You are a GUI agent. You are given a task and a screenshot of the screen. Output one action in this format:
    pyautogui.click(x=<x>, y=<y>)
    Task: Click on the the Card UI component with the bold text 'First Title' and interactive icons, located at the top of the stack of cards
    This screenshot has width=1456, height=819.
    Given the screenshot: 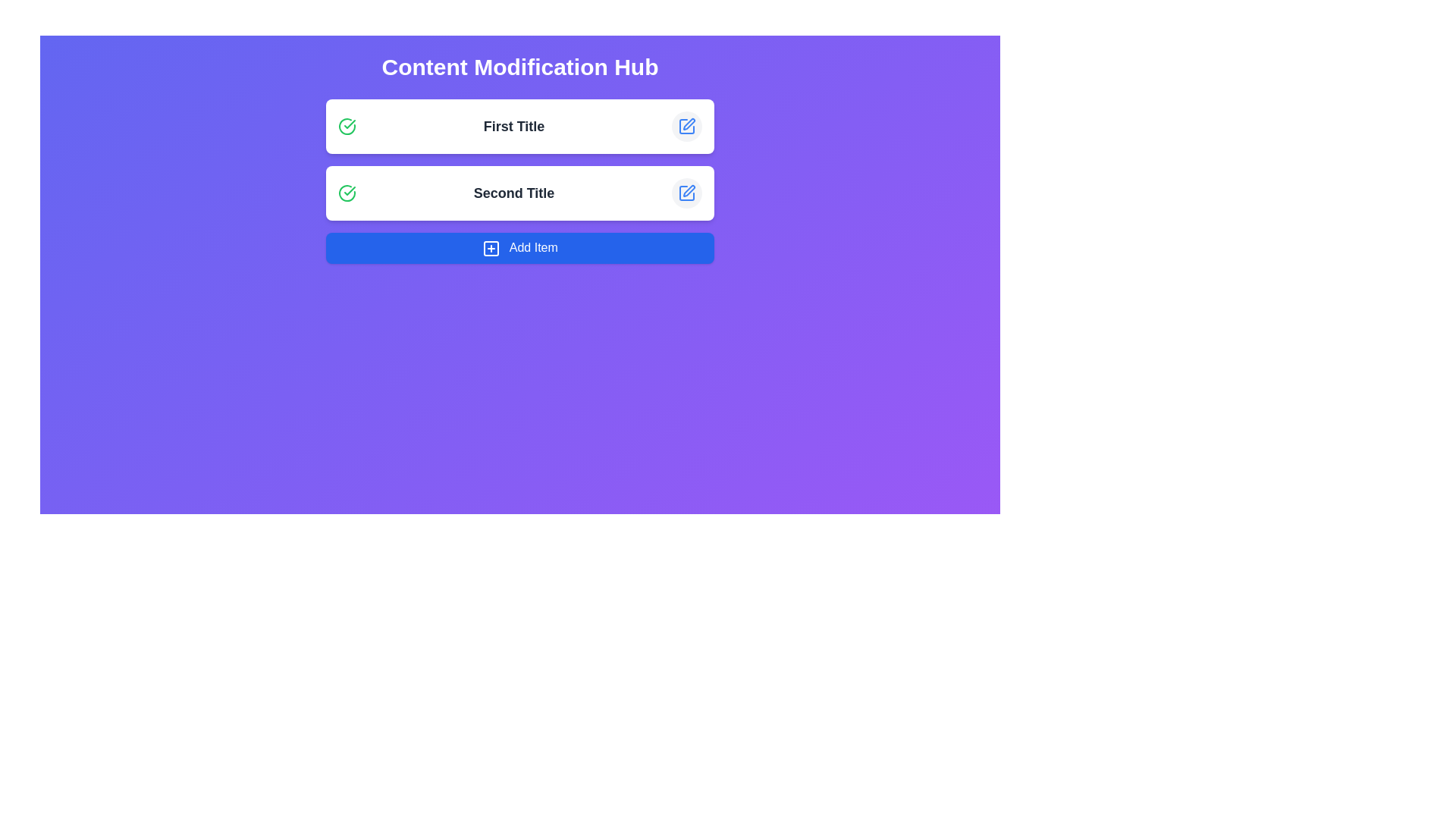 What is the action you would take?
    pyautogui.click(x=520, y=125)
    